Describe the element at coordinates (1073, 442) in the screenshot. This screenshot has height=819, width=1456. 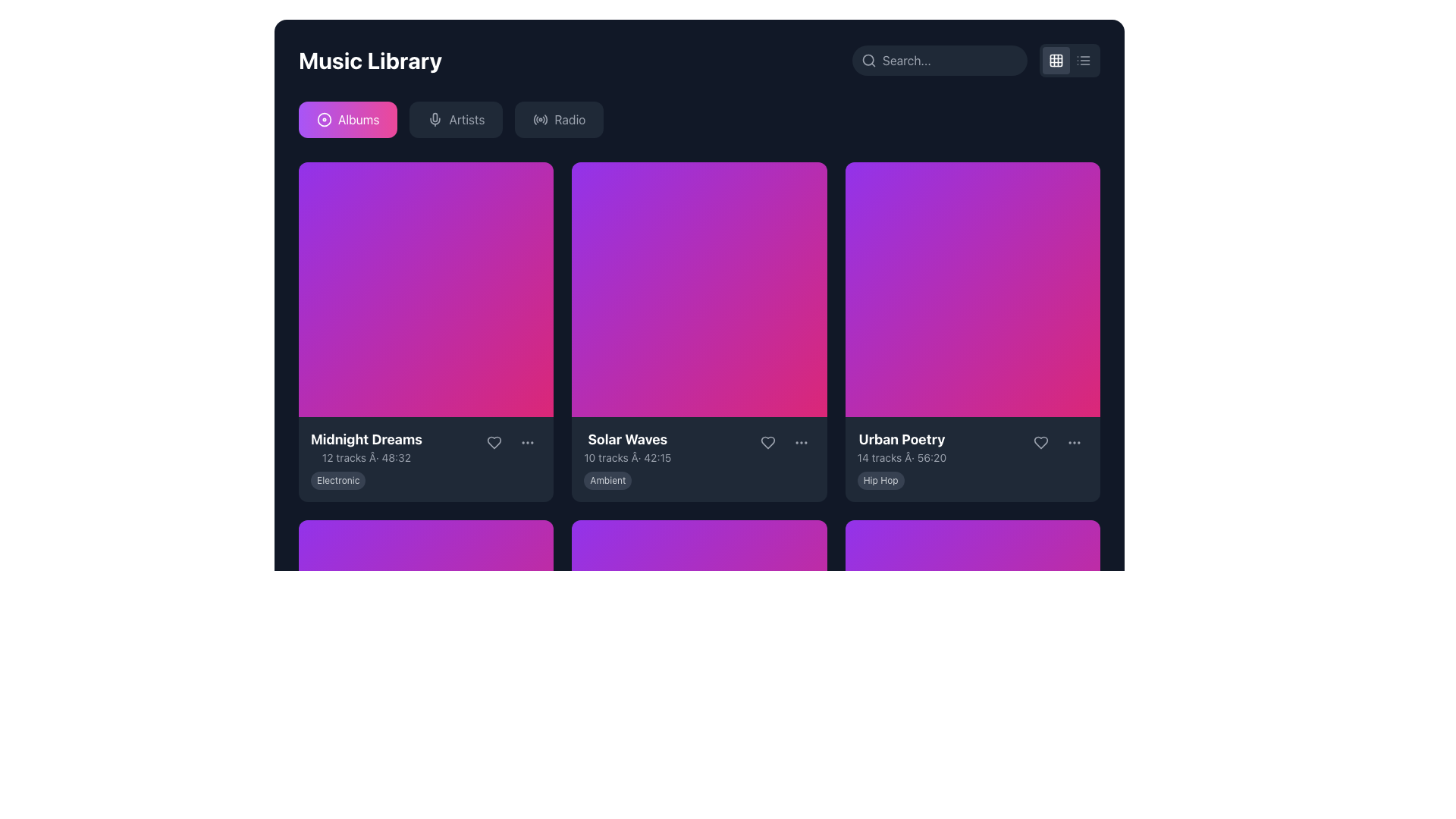
I see `the ellipsis icon located in the bottom-right corner of the 'Urban Poetry' card, which serves as a menu toggle for additional options` at that location.